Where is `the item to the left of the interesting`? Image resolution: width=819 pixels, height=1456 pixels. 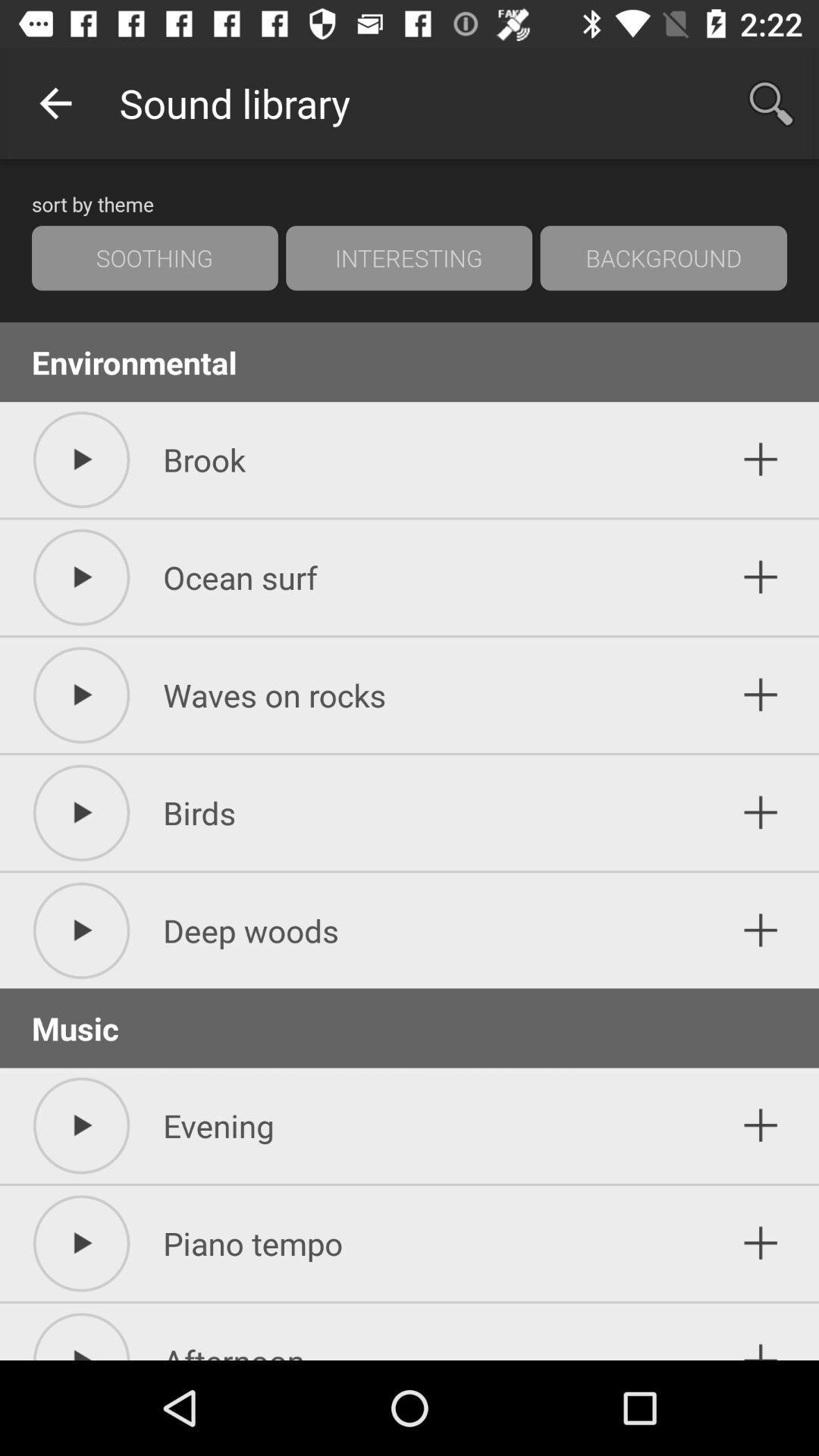
the item to the left of the interesting is located at coordinates (155, 258).